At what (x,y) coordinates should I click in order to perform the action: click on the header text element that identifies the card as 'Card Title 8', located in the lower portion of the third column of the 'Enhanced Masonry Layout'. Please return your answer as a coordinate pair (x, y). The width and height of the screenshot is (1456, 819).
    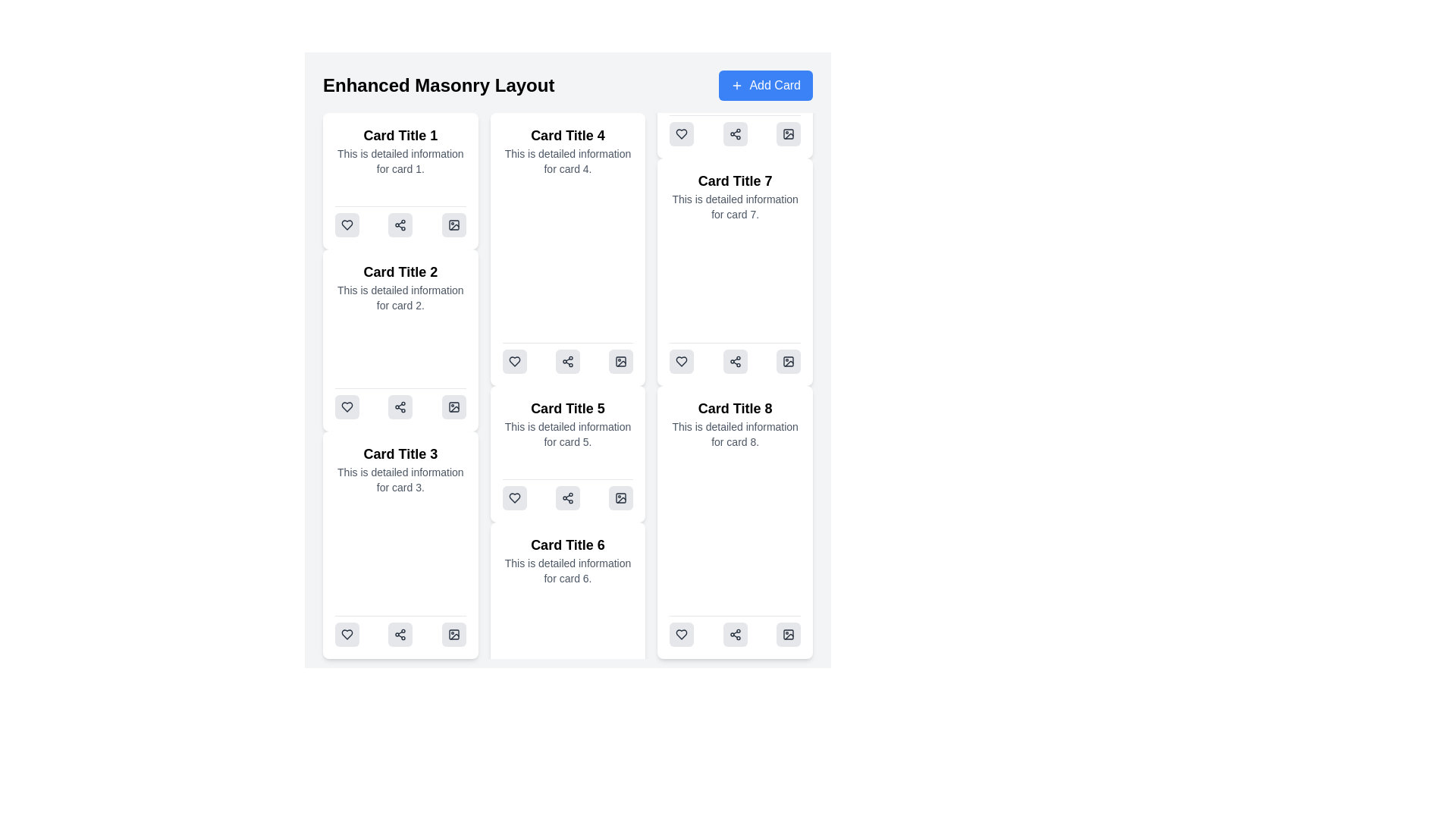
    Looking at the image, I should click on (735, 408).